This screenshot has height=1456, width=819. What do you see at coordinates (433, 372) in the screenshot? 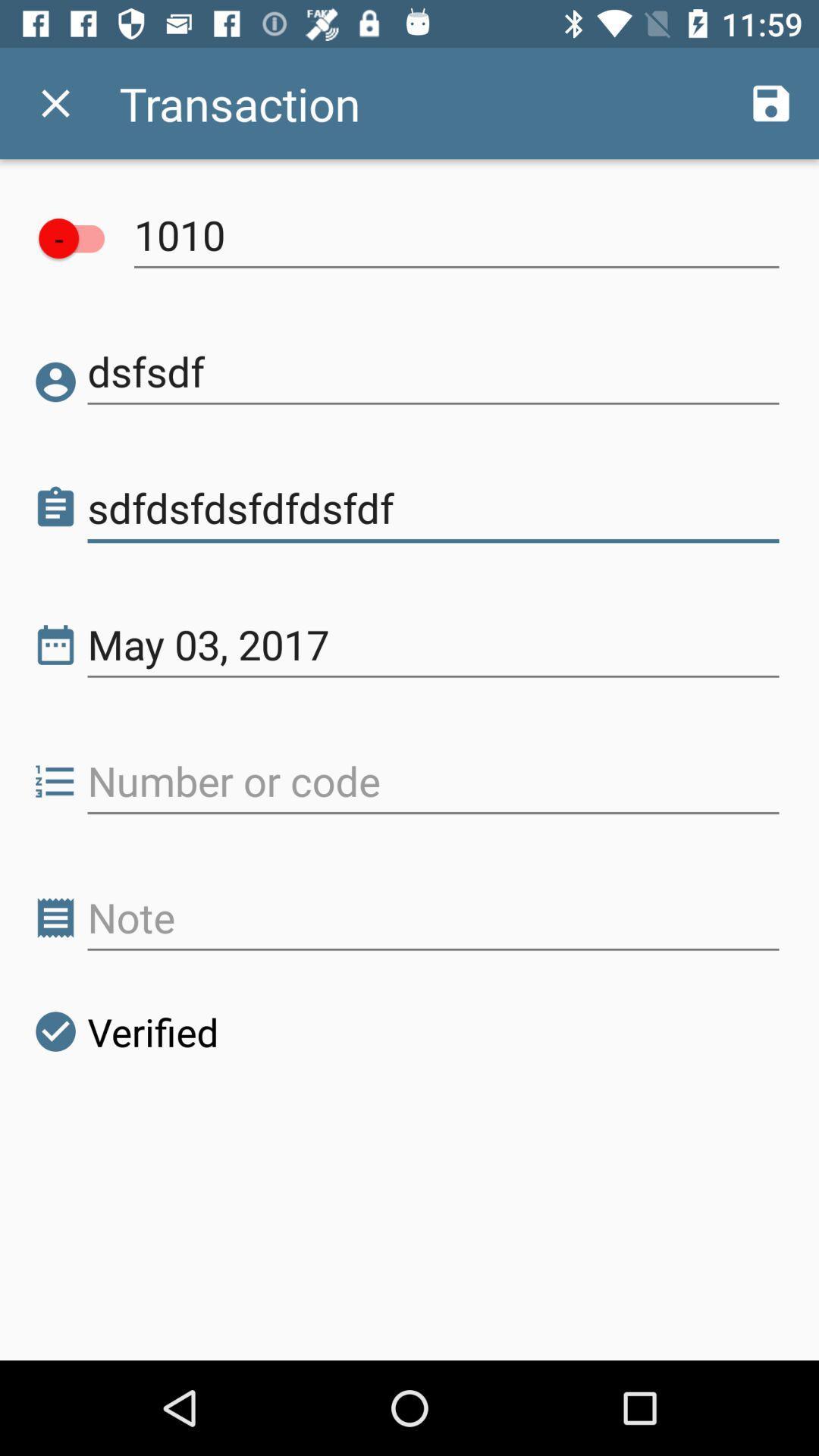
I see `the item below 1010` at bounding box center [433, 372].